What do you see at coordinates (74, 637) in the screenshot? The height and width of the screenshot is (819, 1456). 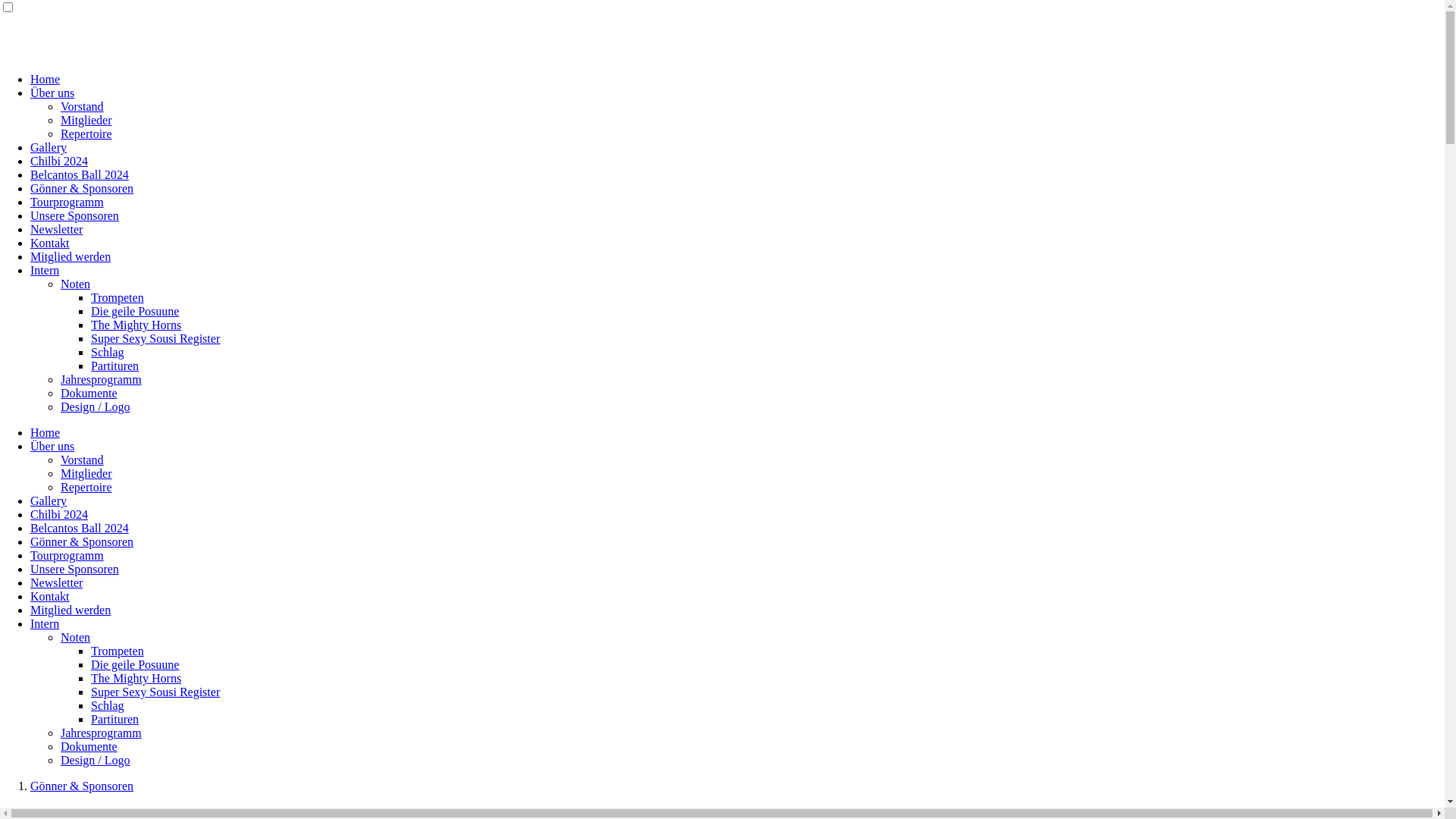 I see `'Noten'` at bounding box center [74, 637].